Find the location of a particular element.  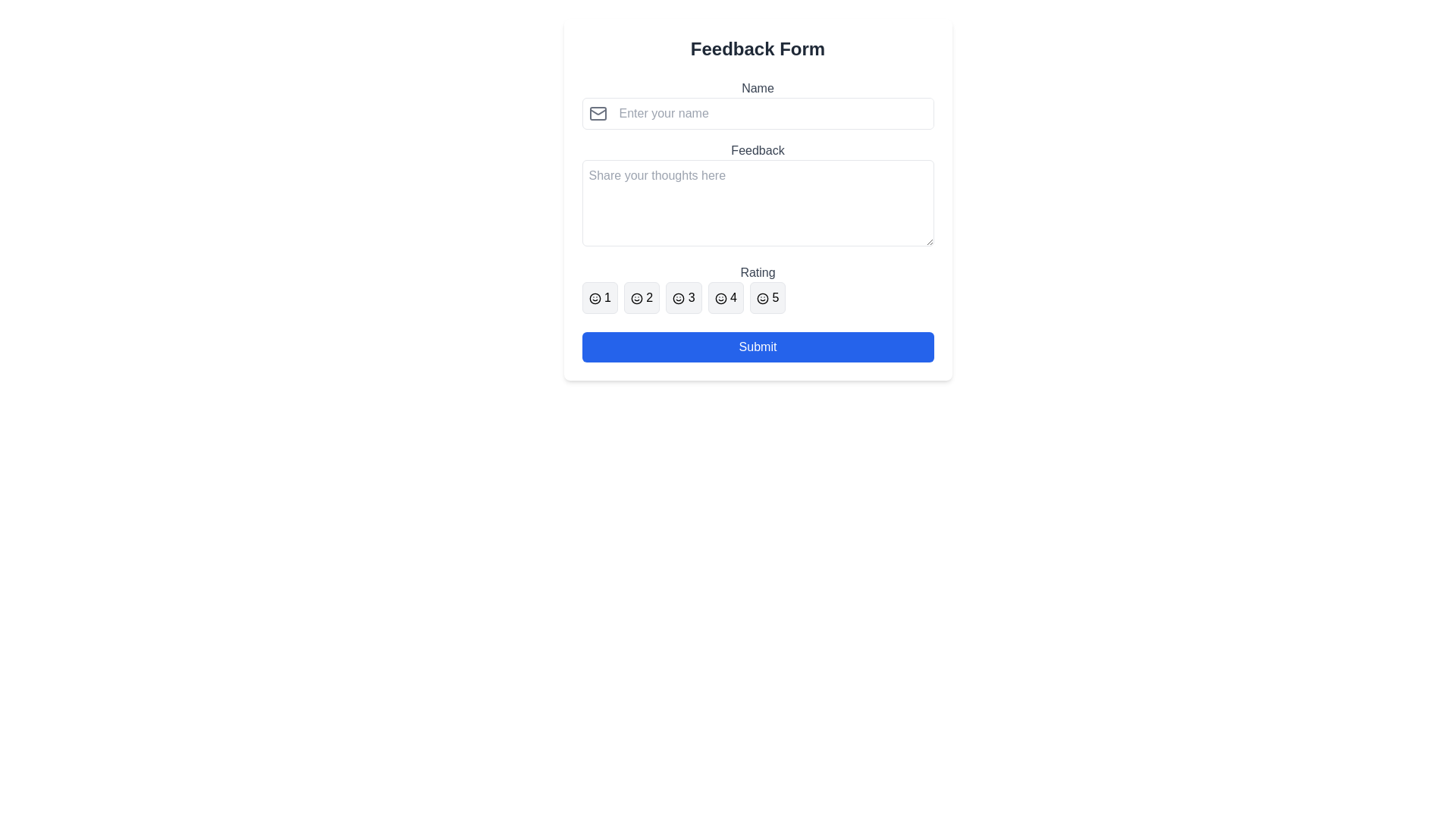

the button labeled '2' with a smiley icon, which is styled with rounded corners and a light gray background is located at coordinates (642, 298).